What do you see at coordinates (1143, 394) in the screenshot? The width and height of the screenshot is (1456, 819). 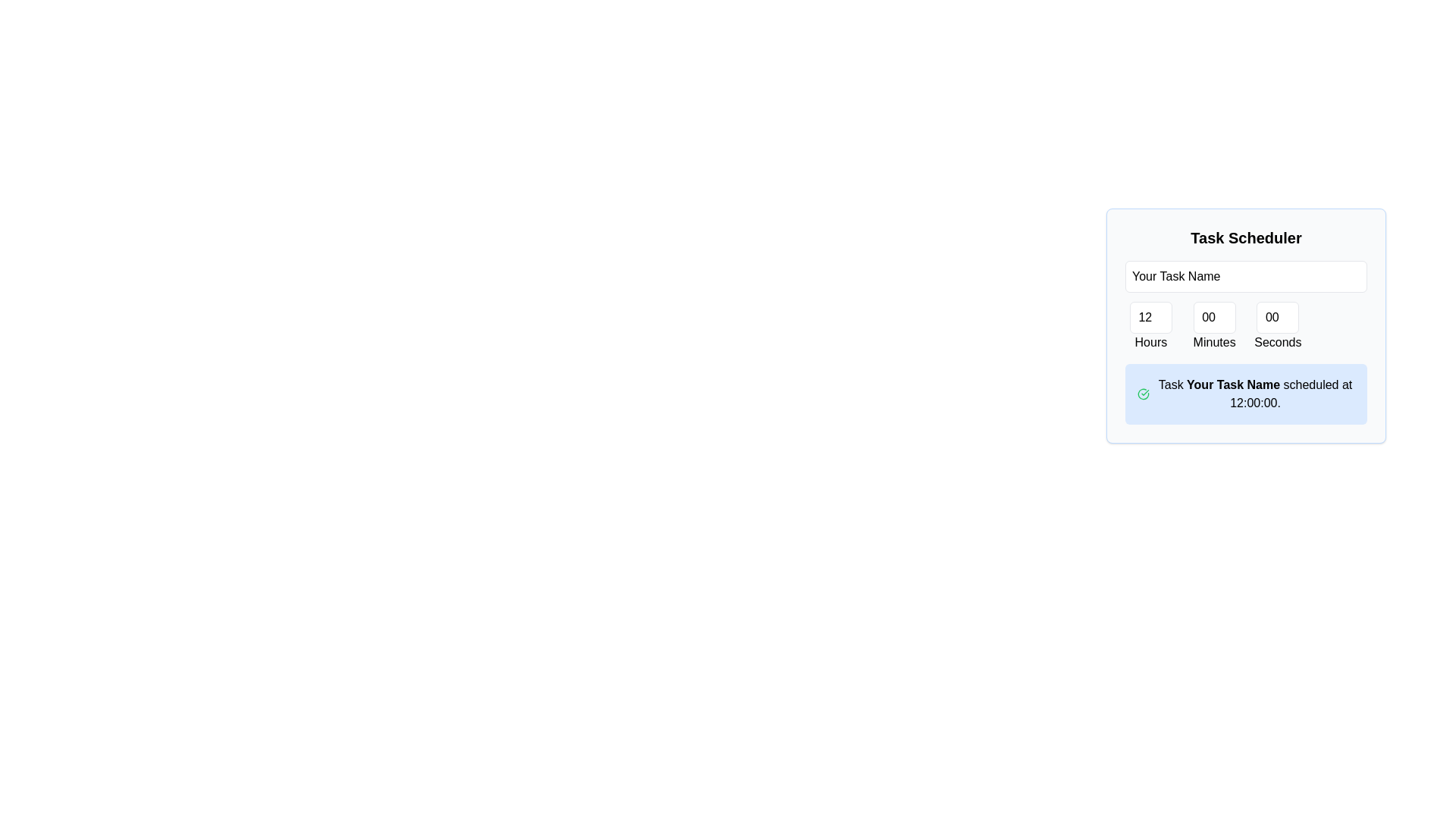 I see `icon that visually indicates confirmation or success related to the task text located to the far left of 'Task Your Task Name scheduled at 12:00:00.'` at bounding box center [1143, 394].